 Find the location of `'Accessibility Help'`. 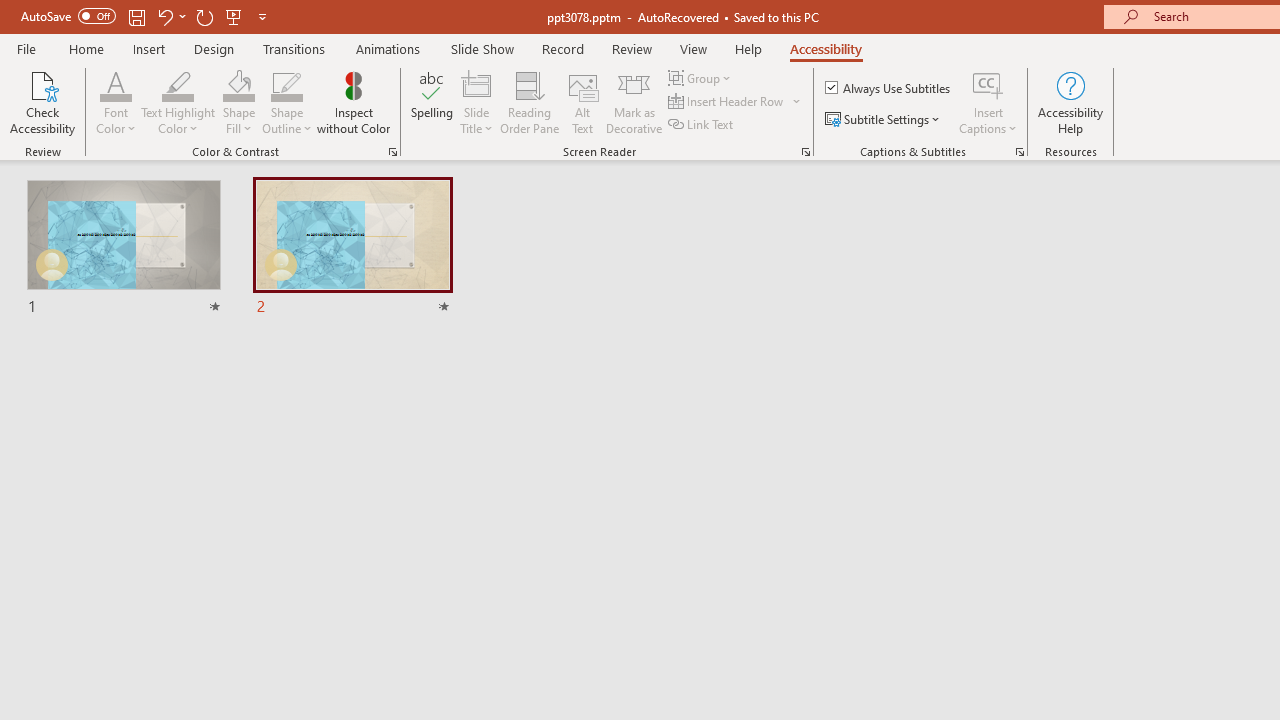

'Accessibility Help' is located at coordinates (1069, 103).